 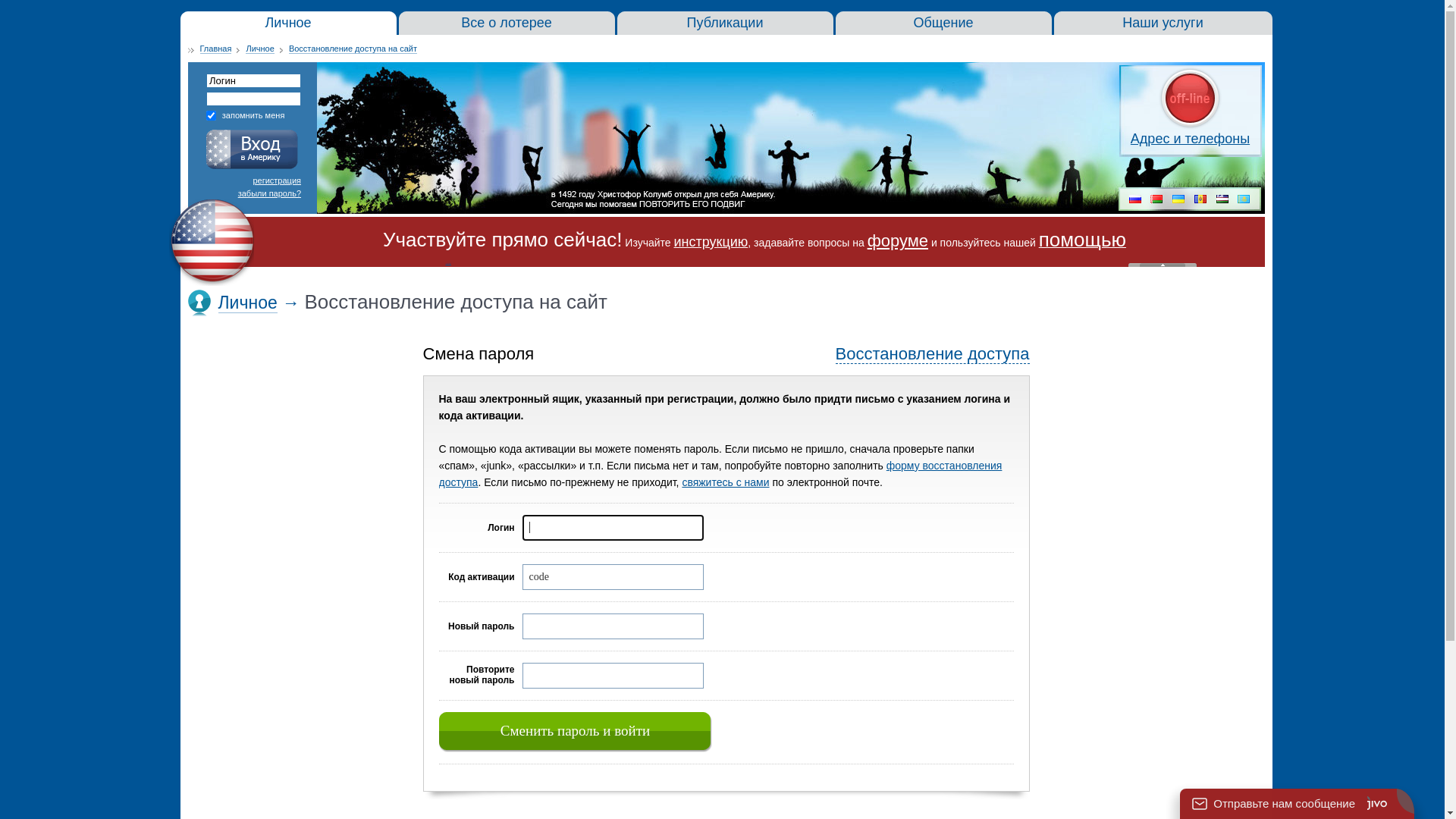 I want to click on 'ua', so click(x=1178, y=199).